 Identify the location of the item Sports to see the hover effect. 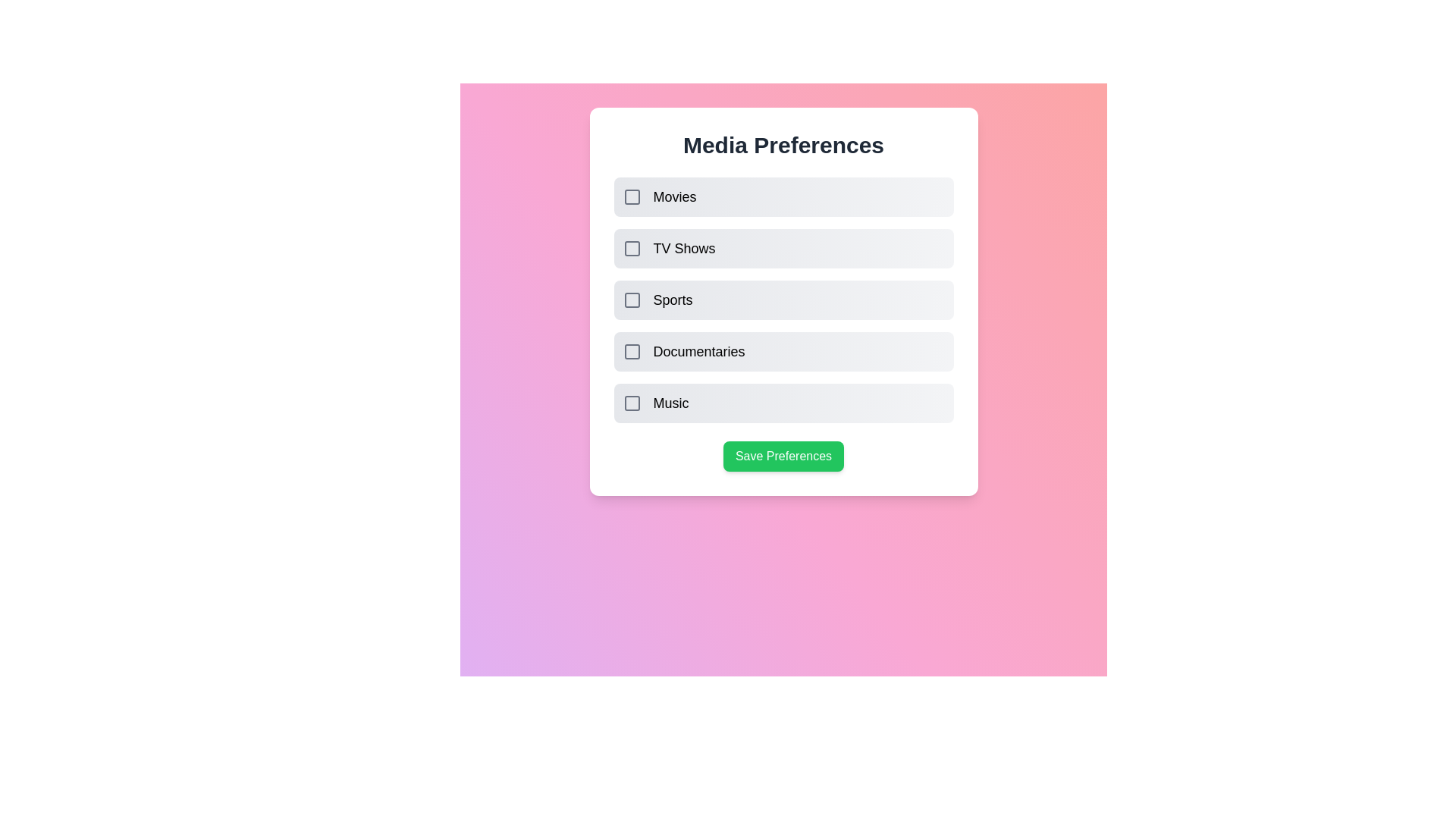
(783, 300).